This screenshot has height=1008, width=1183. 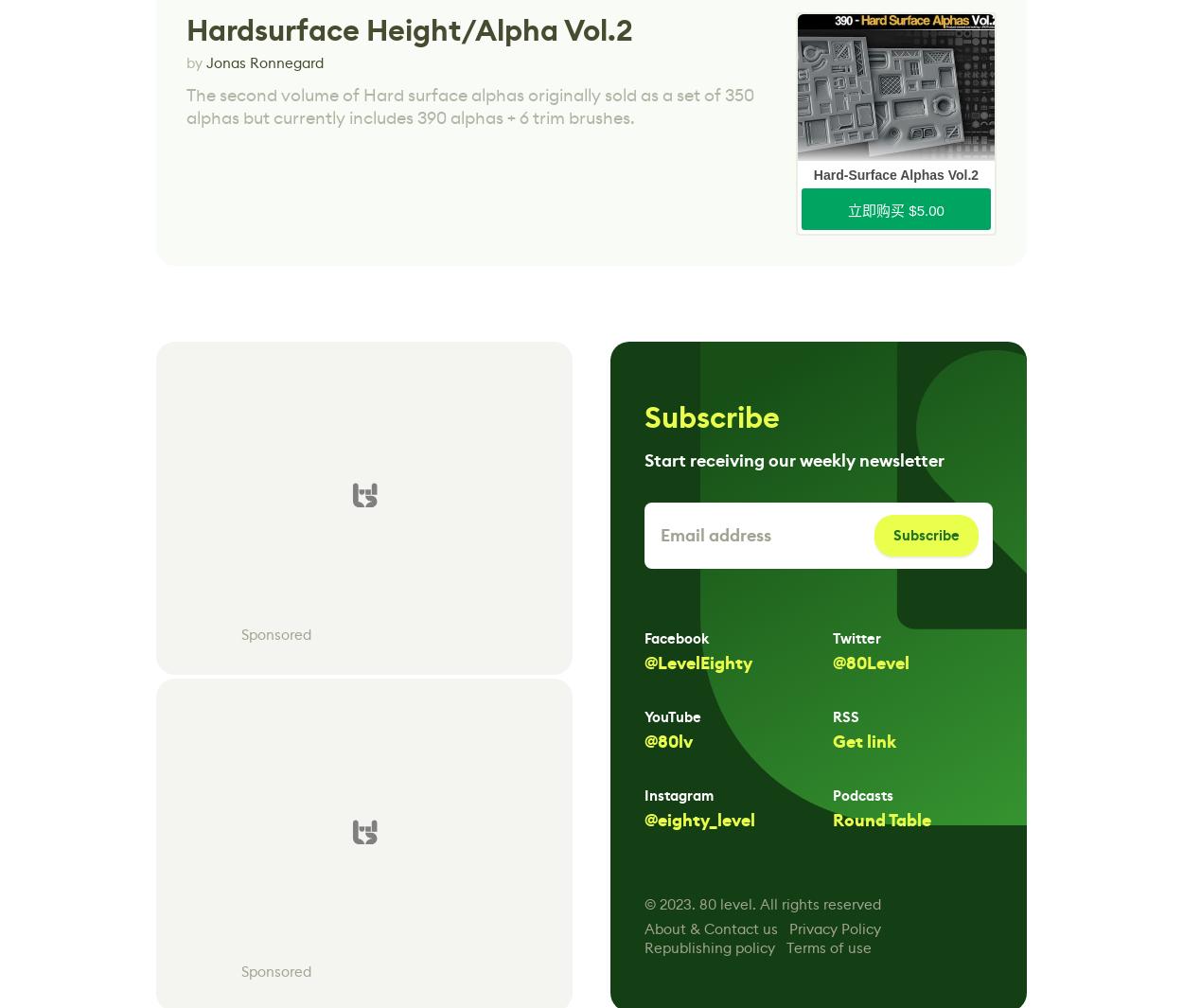 I want to click on '. 80 level. All rights reserved', so click(x=785, y=904).